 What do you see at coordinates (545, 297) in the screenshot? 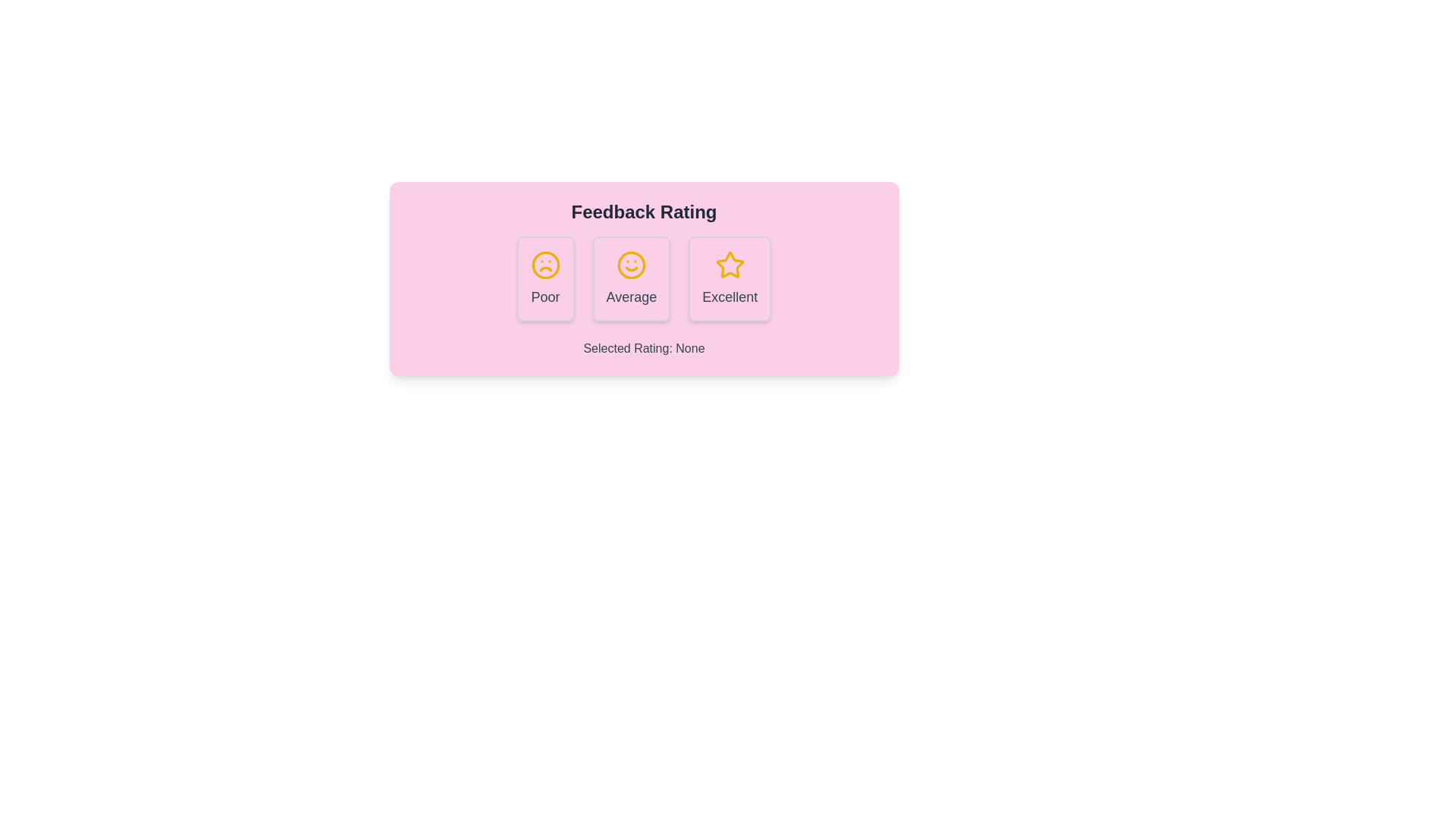
I see `text label that indicates the rating option 'Poor', which is positioned below a frowning face icon and is the first rating option from the left` at bounding box center [545, 297].